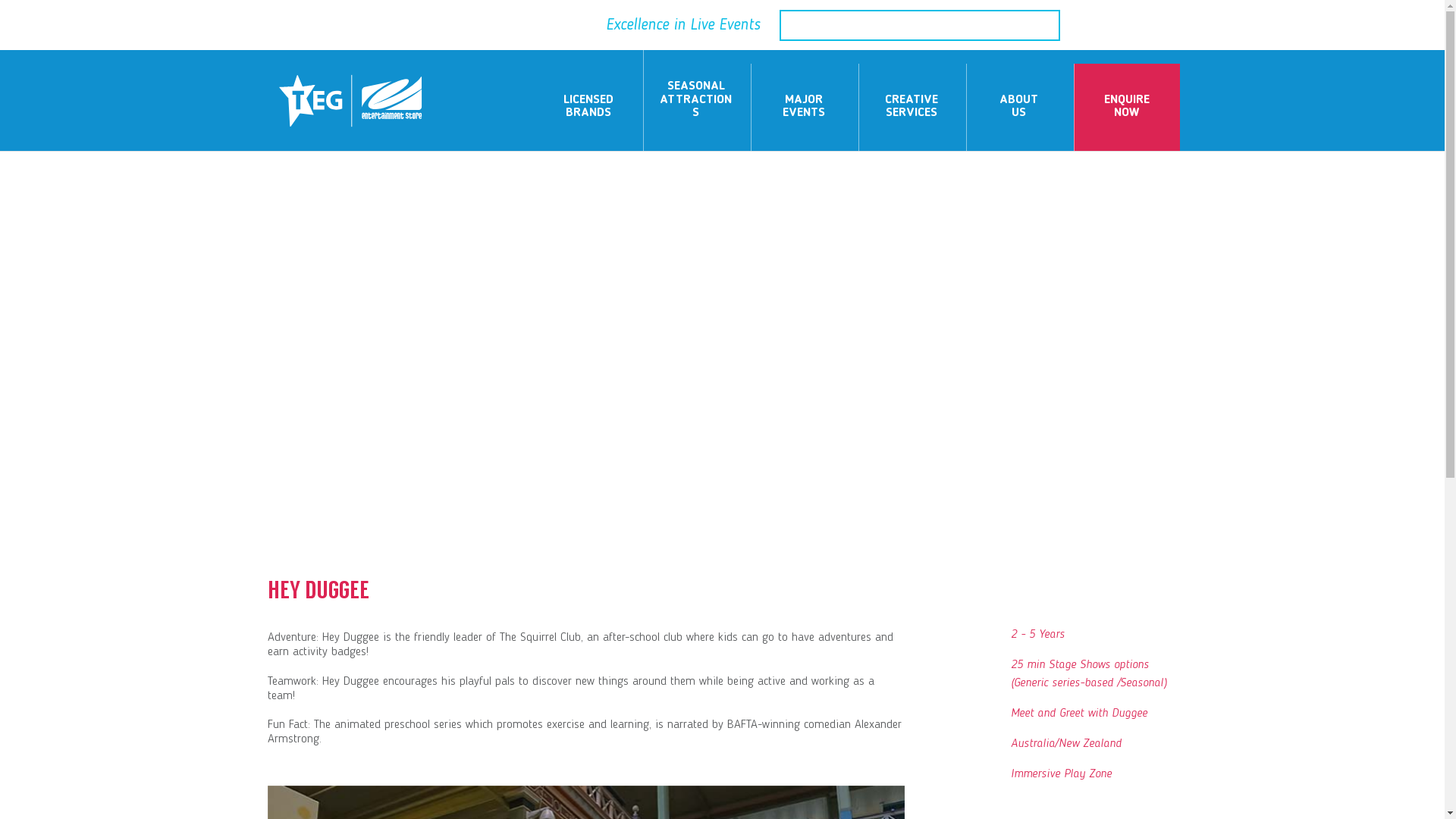  I want to click on 'SEASONAL ATTRACTIONS', so click(695, 100).